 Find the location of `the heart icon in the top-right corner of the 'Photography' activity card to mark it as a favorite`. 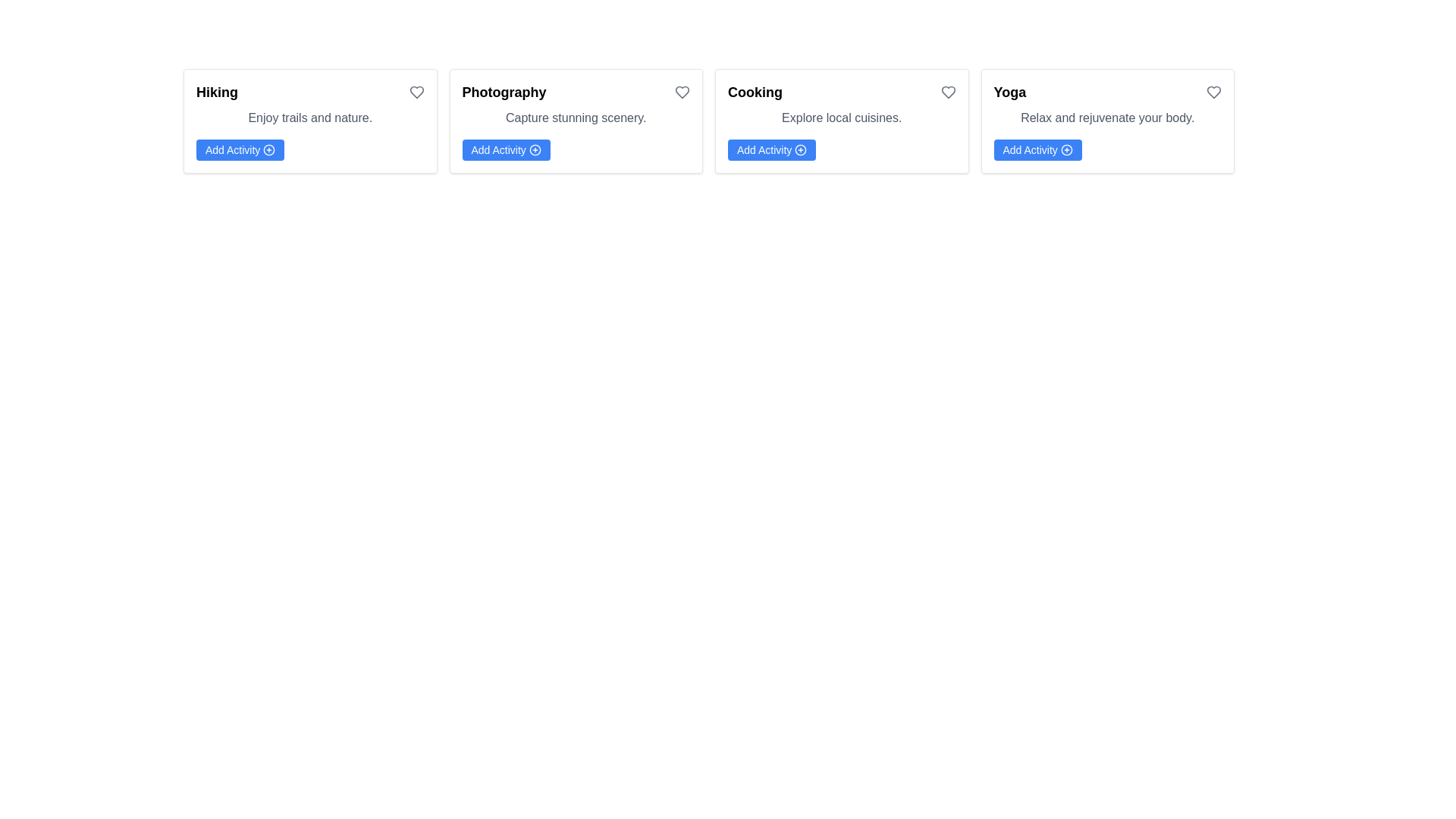

the heart icon in the top-right corner of the 'Photography' activity card to mark it as a favorite is located at coordinates (682, 93).